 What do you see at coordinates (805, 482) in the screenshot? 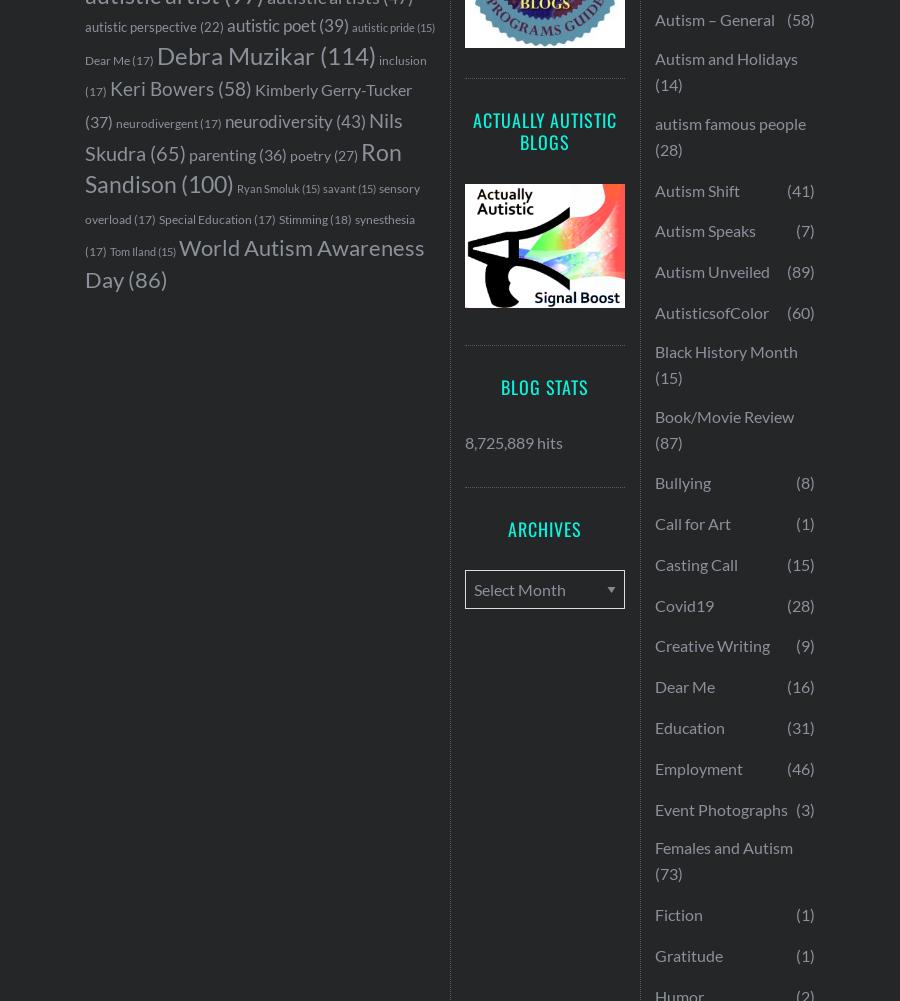
I see `'(8)'` at bounding box center [805, 482].